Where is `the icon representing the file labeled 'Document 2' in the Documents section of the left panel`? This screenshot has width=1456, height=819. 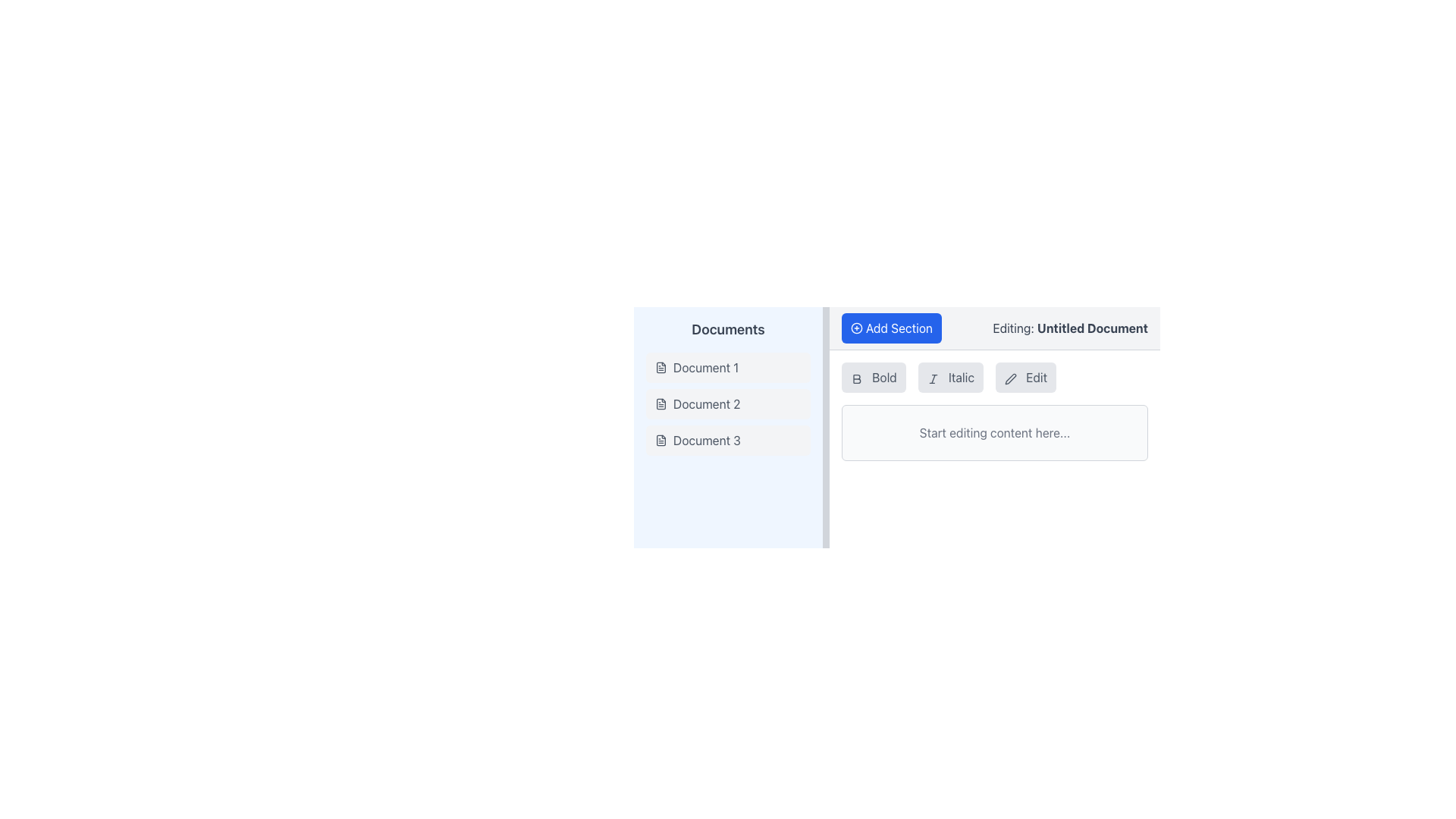 the icon representing the file labeled 'Document 2' in the Documents section of the left panel is located at coordinates (661, 403).